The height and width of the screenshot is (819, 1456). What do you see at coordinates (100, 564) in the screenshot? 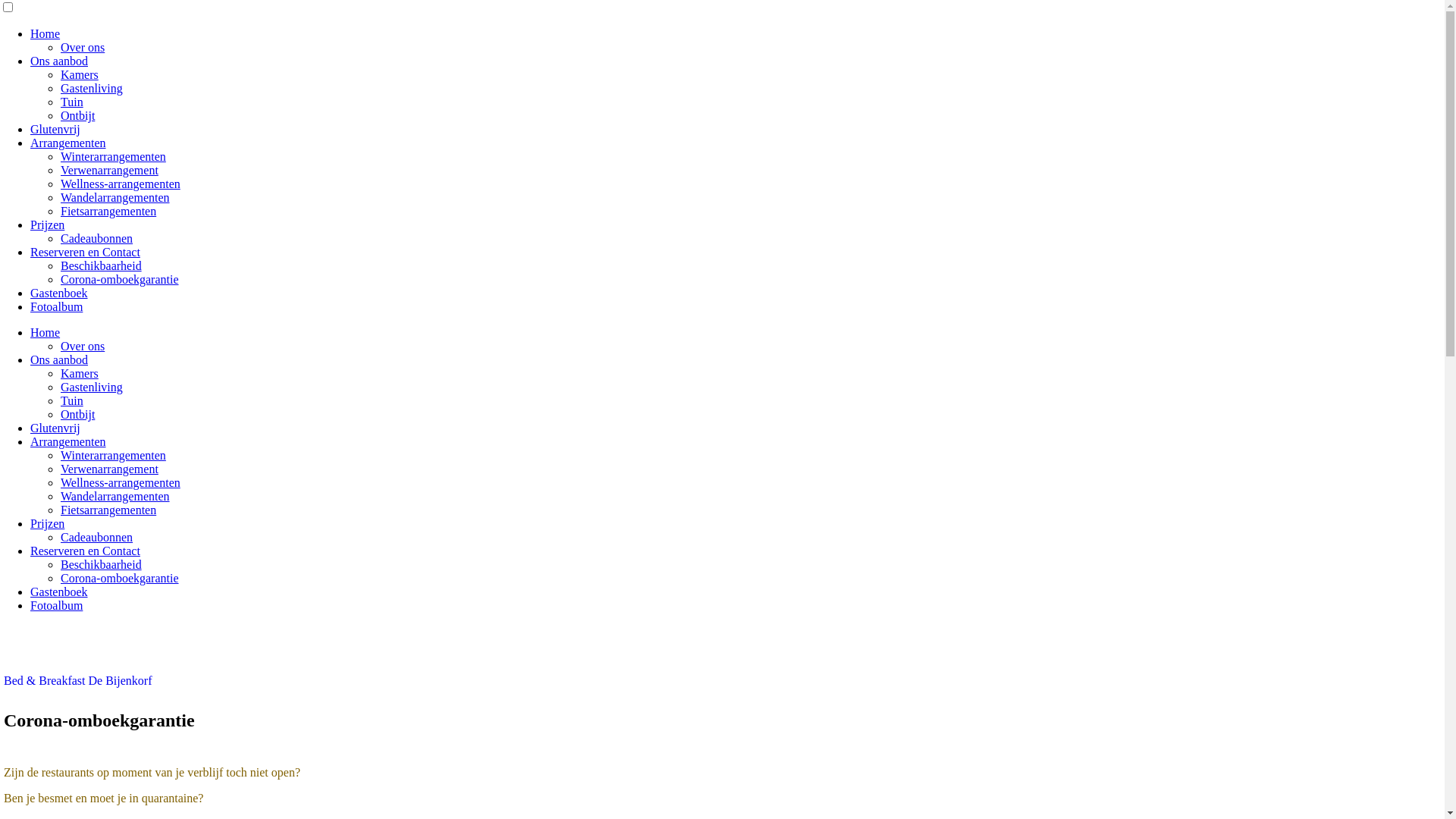
I see `'Beschikbaarheid'` at bounding box center [100, 564].